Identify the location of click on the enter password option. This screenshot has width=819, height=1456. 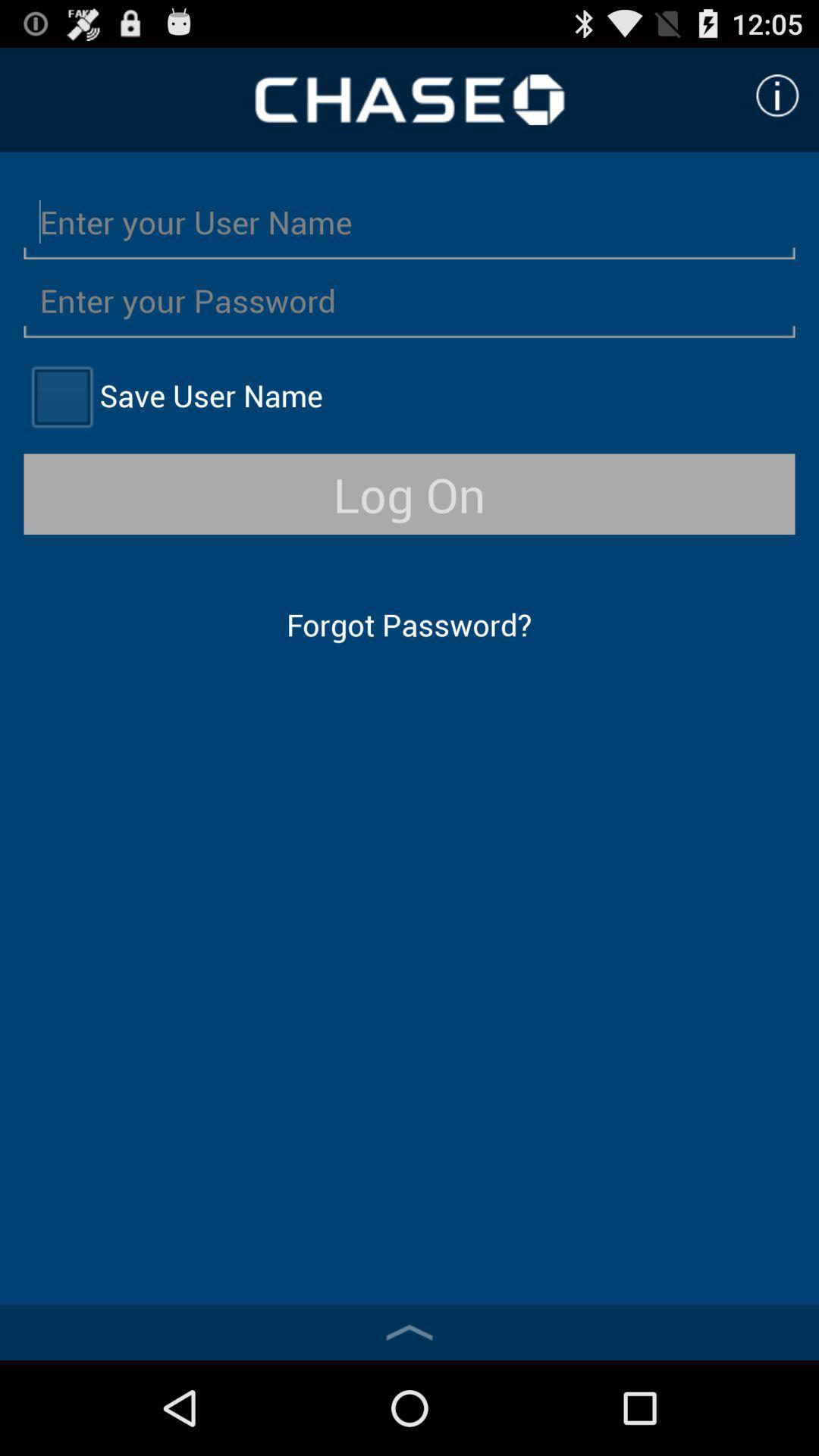
(409, 300).